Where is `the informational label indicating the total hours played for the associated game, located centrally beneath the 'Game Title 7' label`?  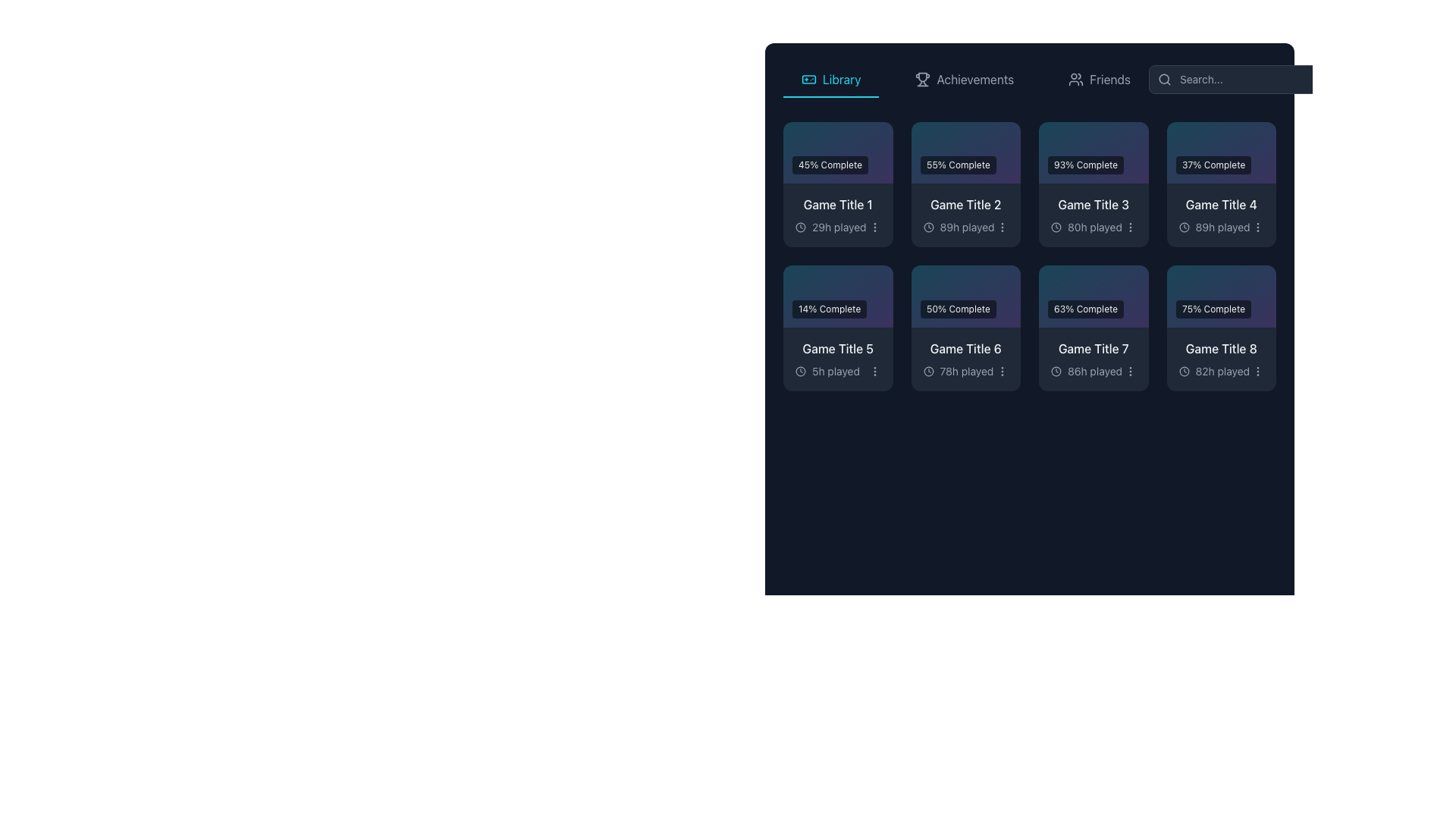
the informational label indicating the total hours played for the associated game, located centrally beneath the 'Game Title 7' label is located at coordinates (1094, 371).